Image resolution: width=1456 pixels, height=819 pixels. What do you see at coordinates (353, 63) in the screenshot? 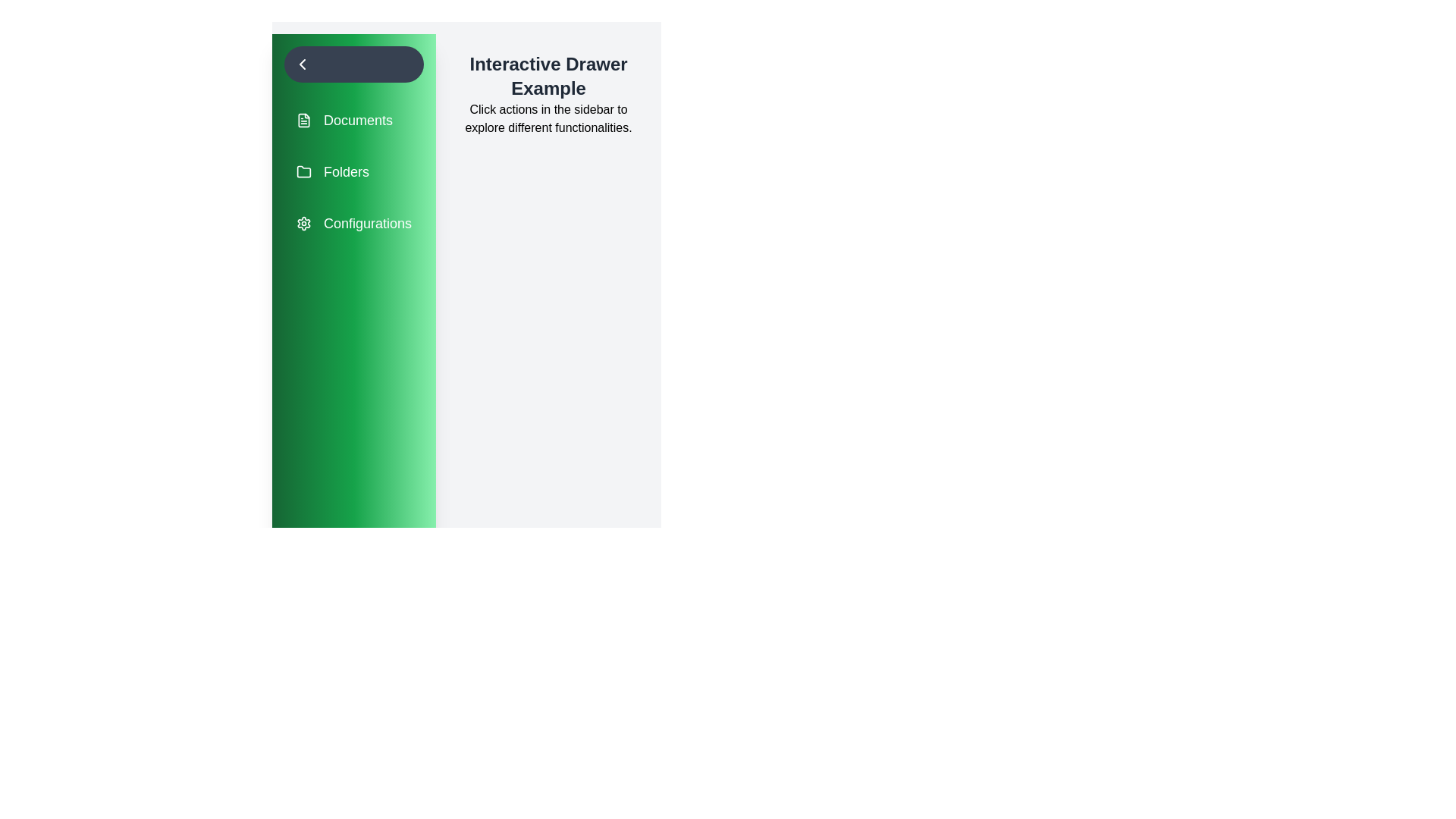
I see `toggle button to change the state of the drawer` at bounding box center [353, 63].